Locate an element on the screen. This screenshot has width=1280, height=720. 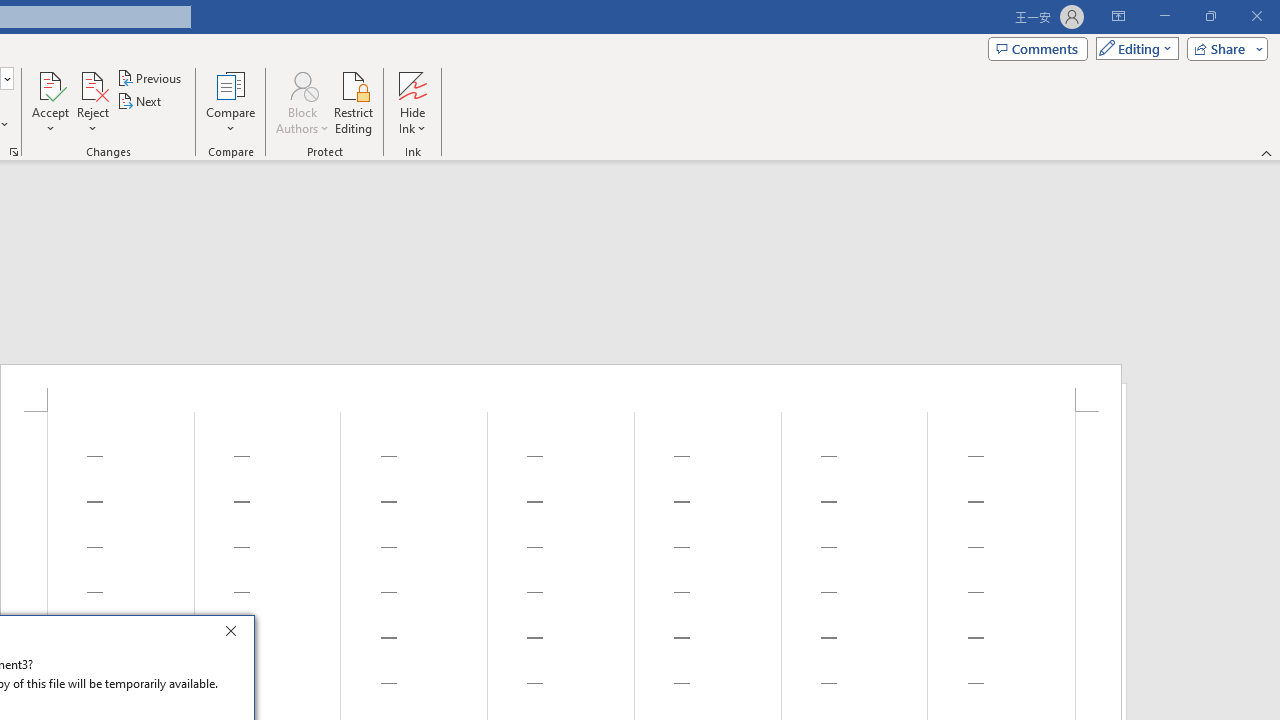
'Hide Ink' is located at coordinates (411, 103).